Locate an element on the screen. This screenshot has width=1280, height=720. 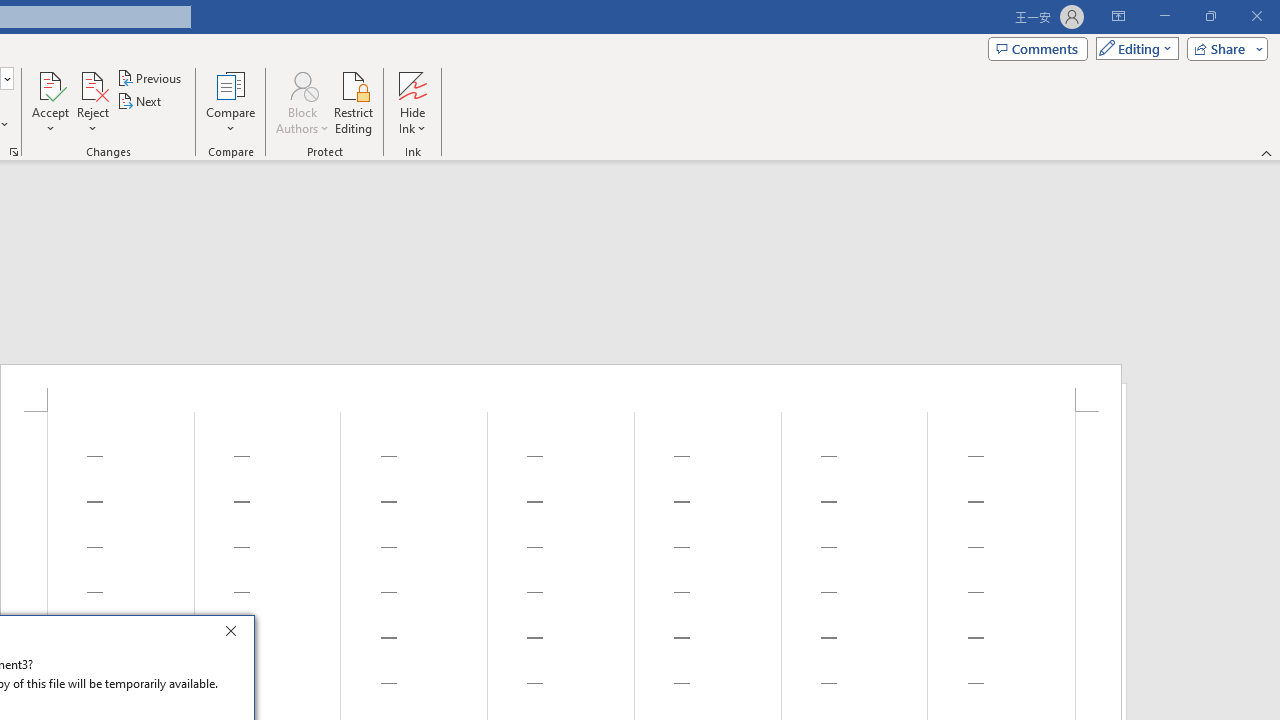
'Hide Ink' is located at coordinates (411, 103).